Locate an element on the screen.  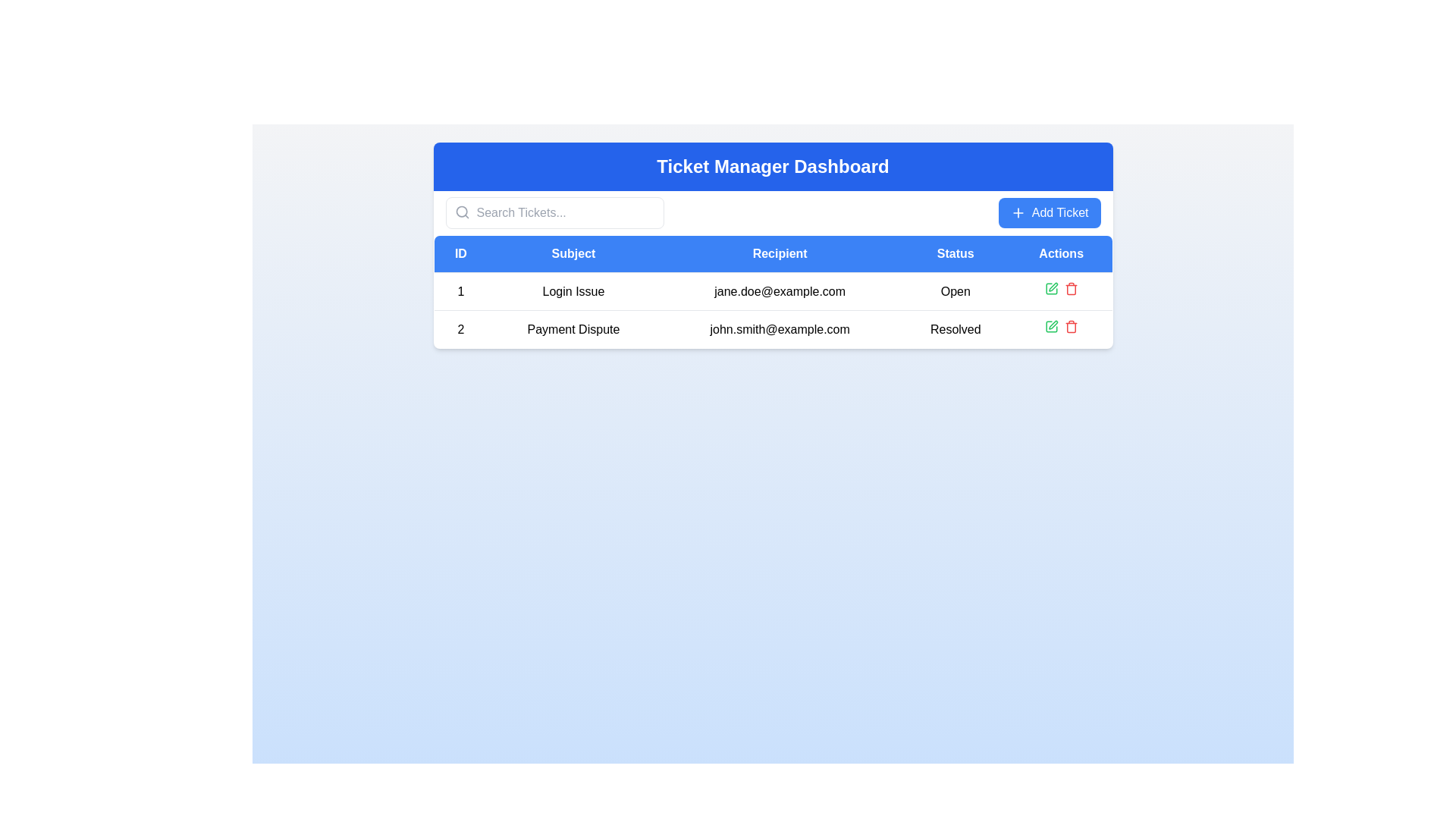
the 'Subject' table header which is the second item from the left in the header row, positioned between 'ID' and 'Recipient' is located at coordinates (573, 253).